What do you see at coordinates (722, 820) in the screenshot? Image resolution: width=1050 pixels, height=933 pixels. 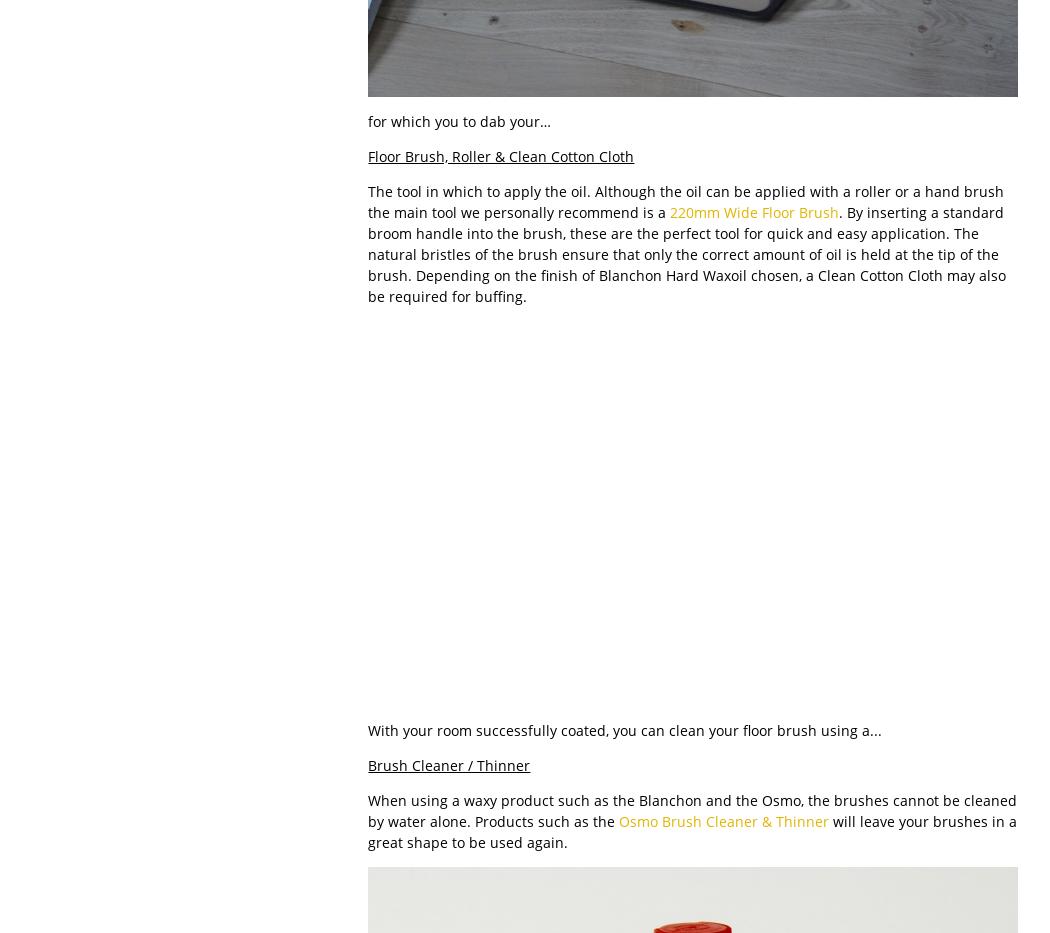 I see `'Osmo Brush Cleaner & Thinner'` at bounding box center [722, 820].